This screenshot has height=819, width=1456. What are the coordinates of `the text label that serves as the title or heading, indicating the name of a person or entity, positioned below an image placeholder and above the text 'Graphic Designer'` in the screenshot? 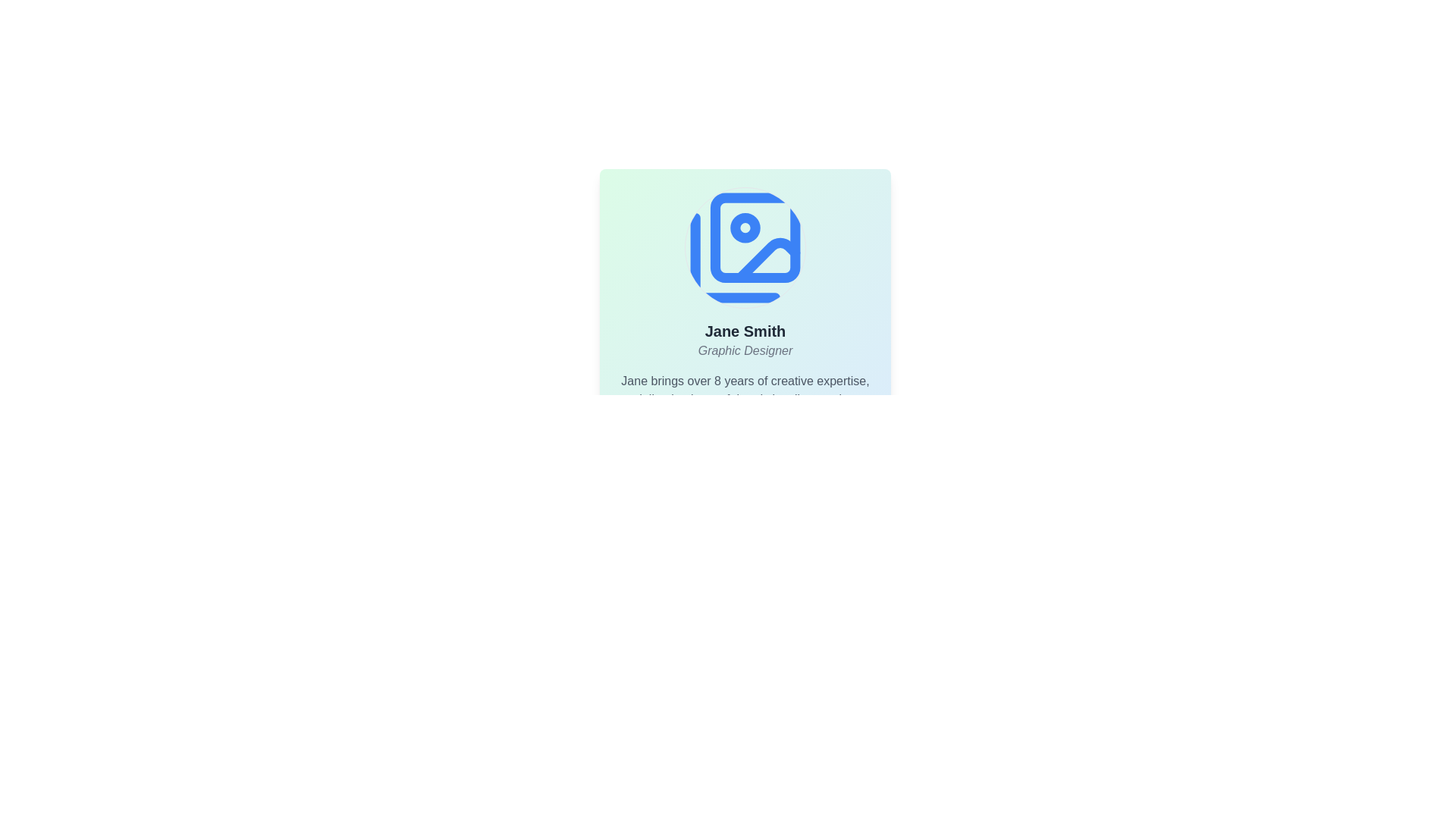 It's located at (745, 330).